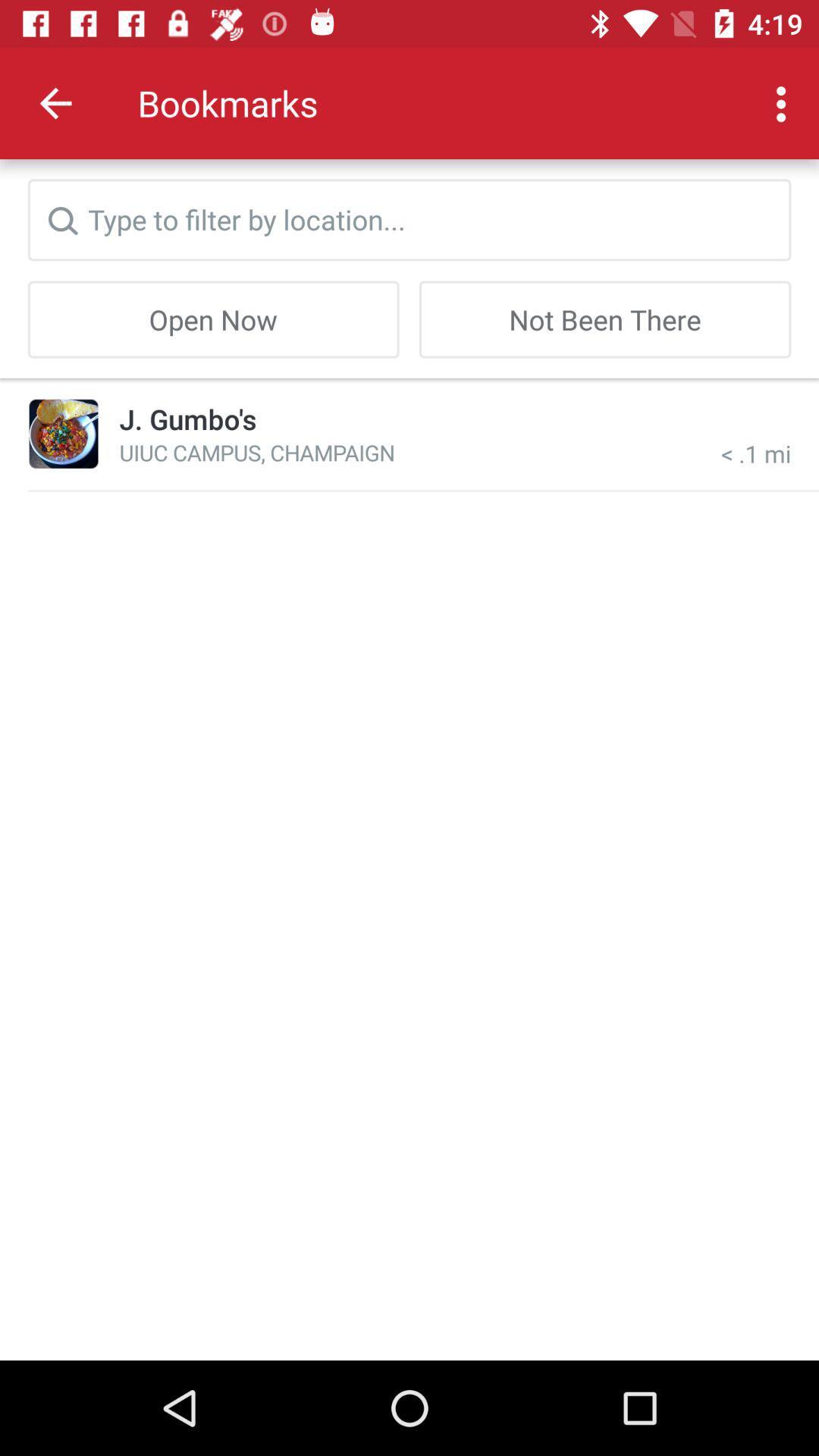 This screenshot has width=819, height=1456. Describe the element at coordinates (63, 433) in the screenshot. I see `the item next to j. gumbo's icon` at that location.